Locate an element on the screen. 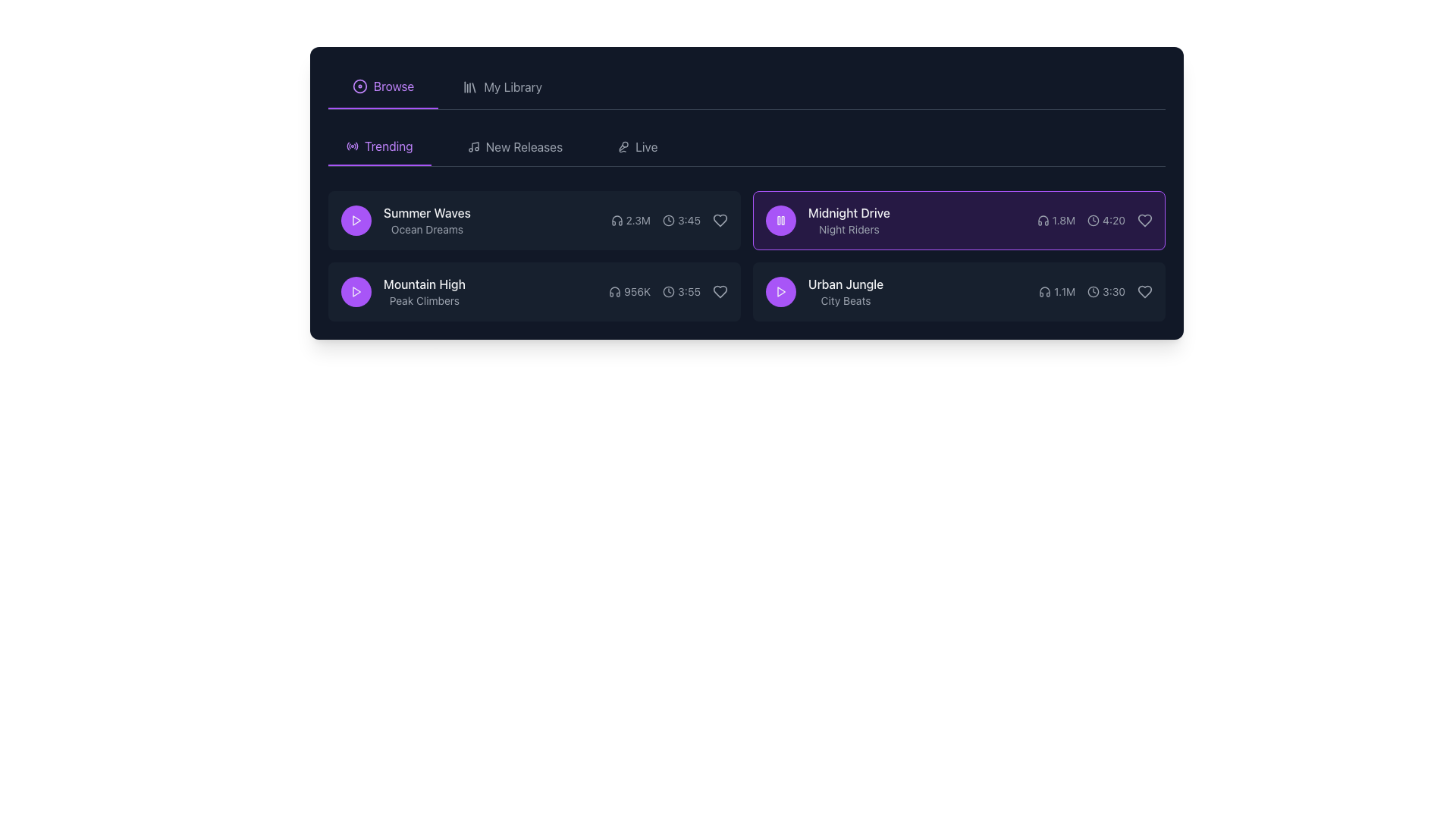 This screenshot has height=819, width=1456. the 'My Library' button, which features a gray text label and a stacked books icon, located in the horizontal navigation menu at the top of the interface is located at coordinates (502, 87).